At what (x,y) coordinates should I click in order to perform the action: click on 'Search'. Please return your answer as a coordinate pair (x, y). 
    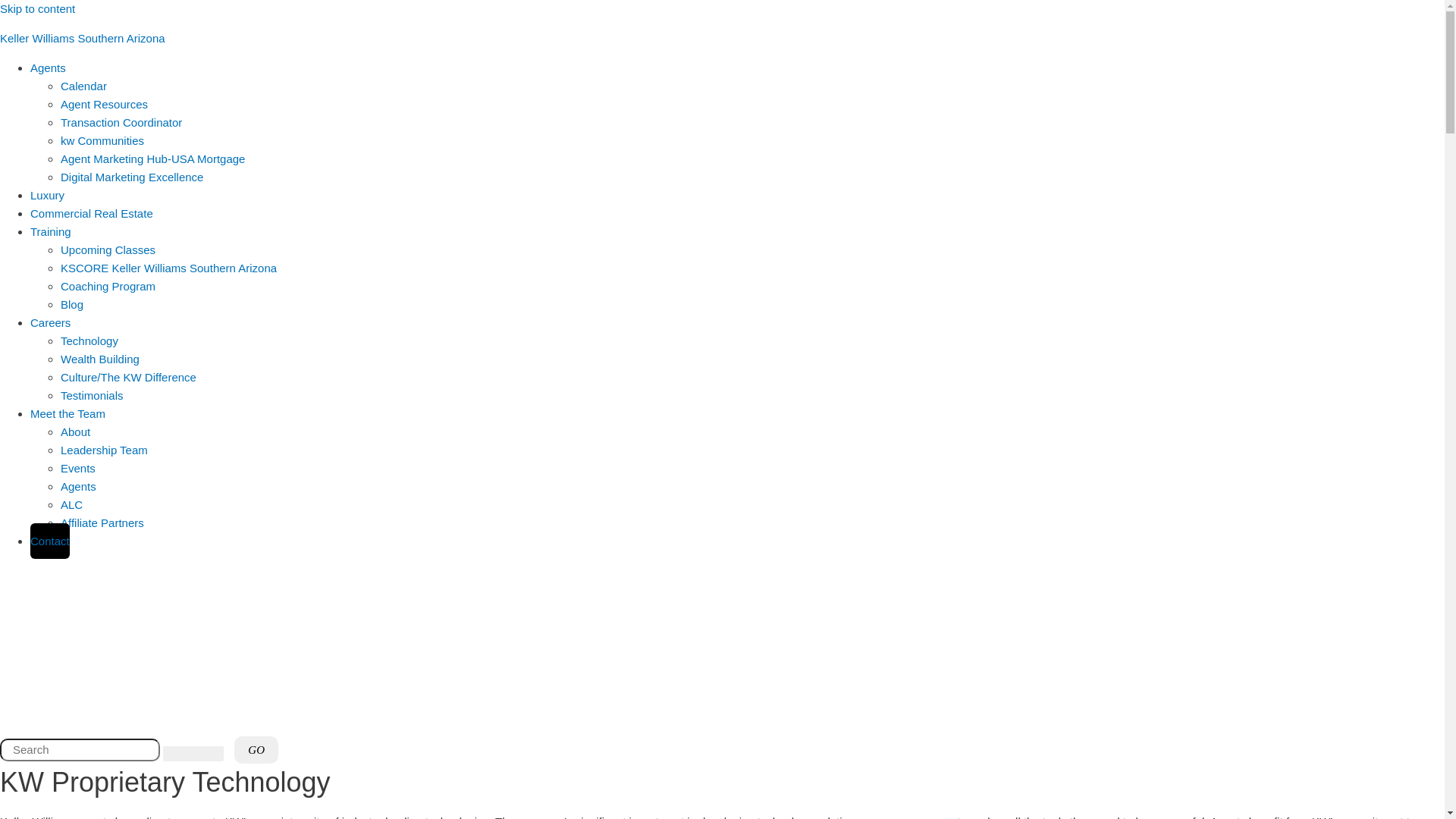
    Looking at the image, I should click on (79, 748).